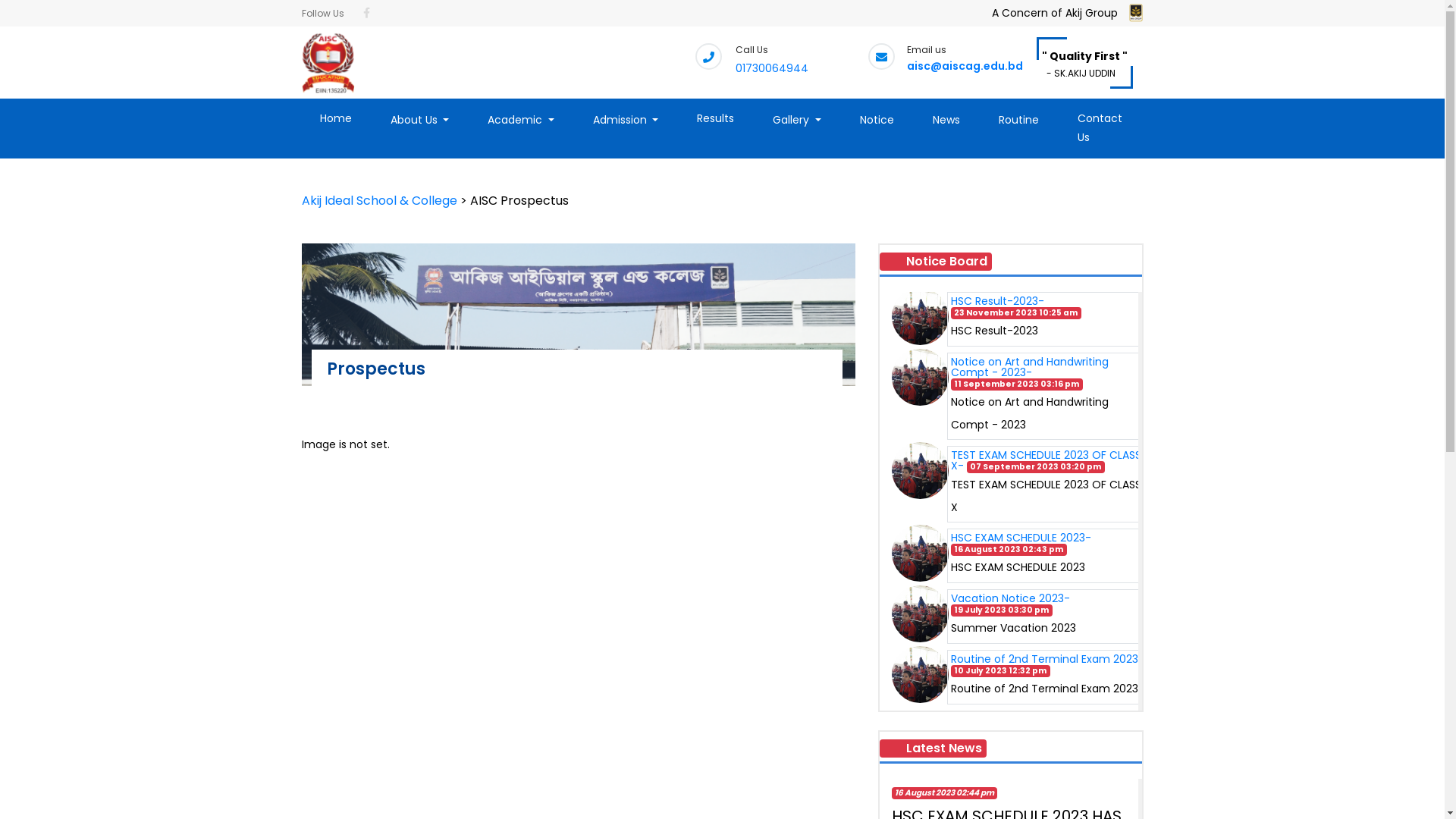 The width and height of the screenshot is (1456, 819). I want to click on 'A Concern of Akij Group', so click(992, 22).